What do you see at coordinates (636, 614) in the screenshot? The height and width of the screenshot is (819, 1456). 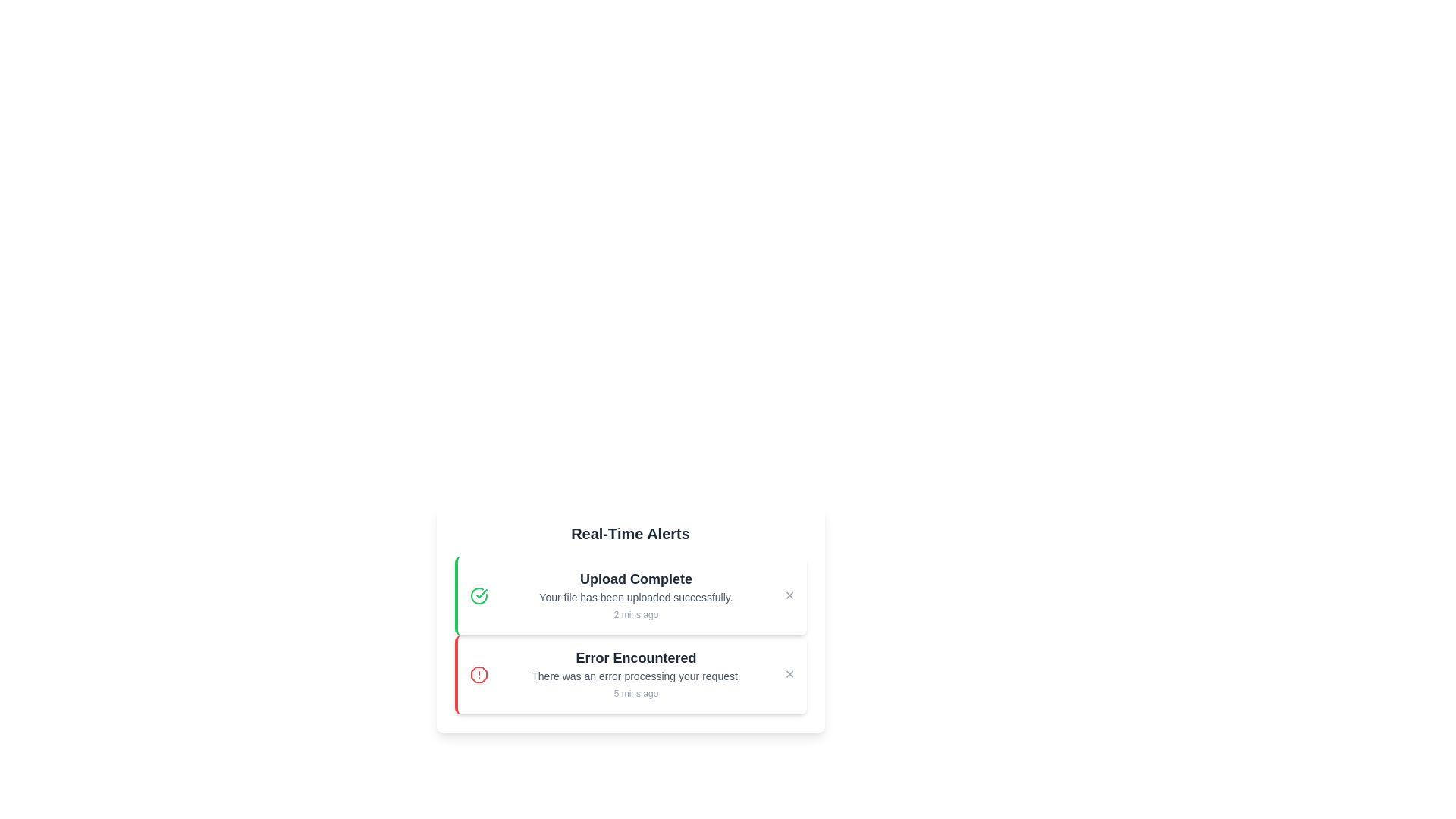 I see `the text label displaying '2 mins ago' which is located below the notification message 'Your file has been uploaded successfully.'` at bounding box center [636, 614].